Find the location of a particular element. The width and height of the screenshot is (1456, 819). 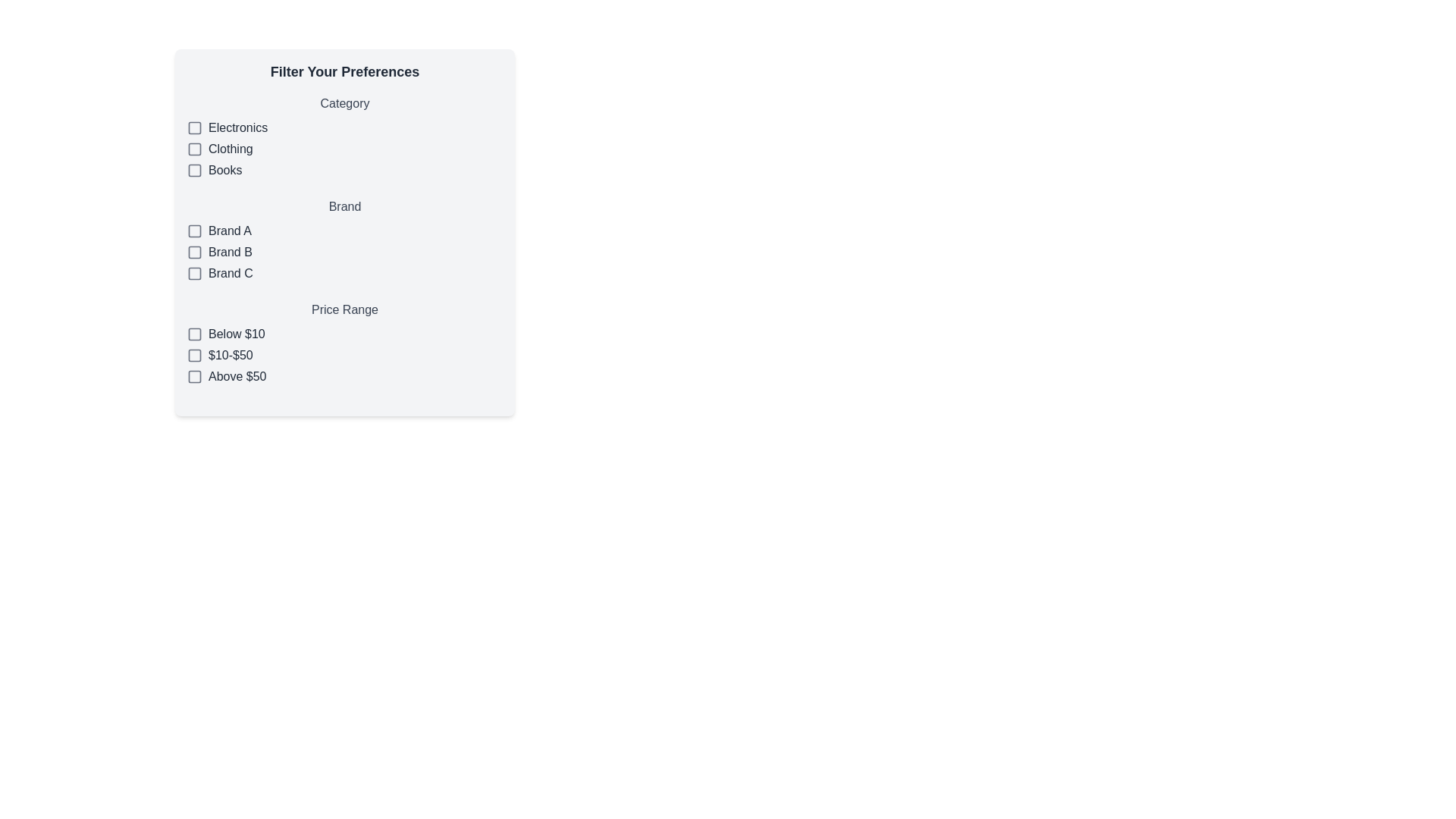

the third checkbox in the 'Price Range' section of the filter menu is located at coordinates (344, 376).